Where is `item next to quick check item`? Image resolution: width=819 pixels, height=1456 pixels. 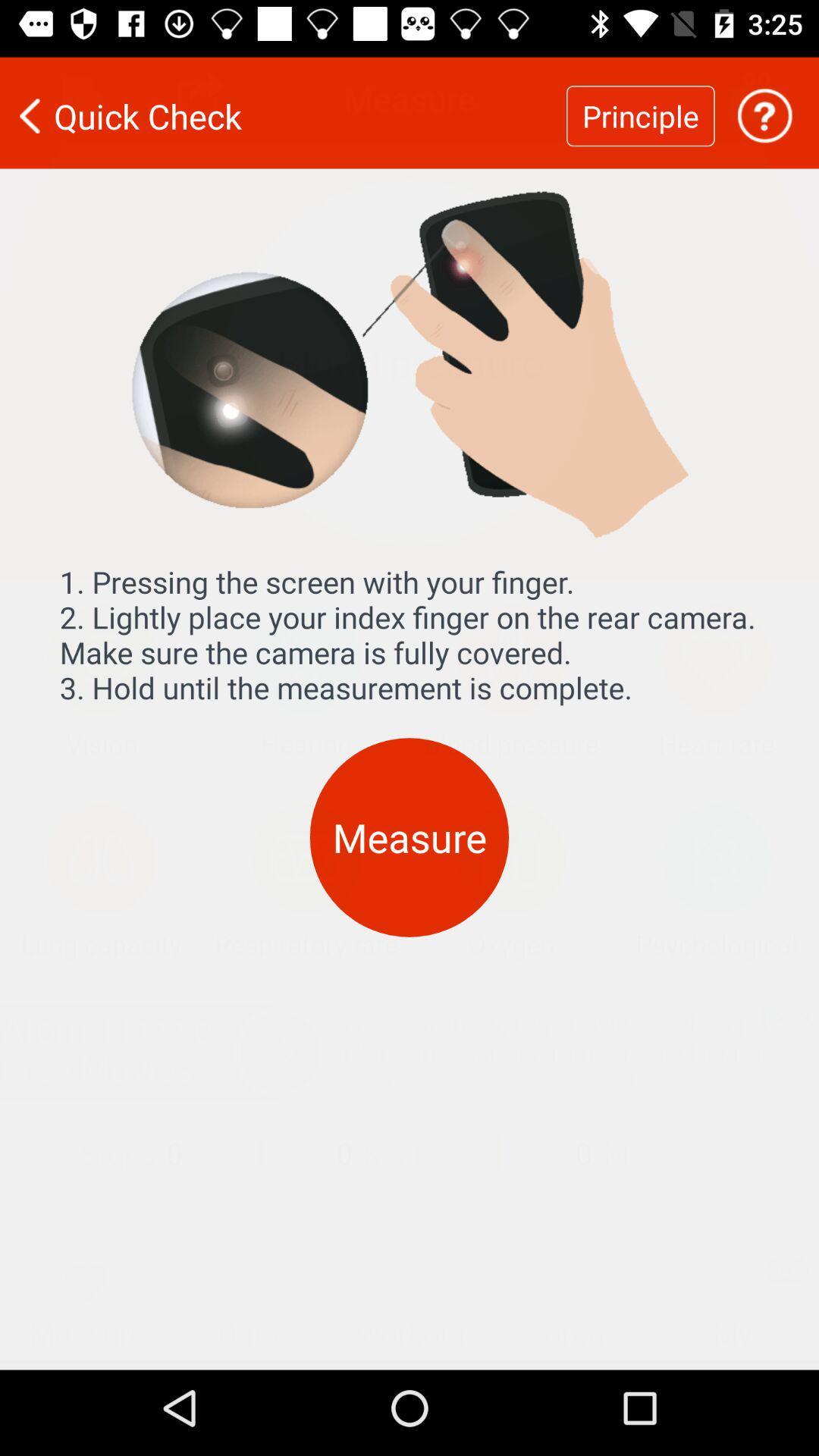 item next to quick check item is located at coordinates (640, 105).